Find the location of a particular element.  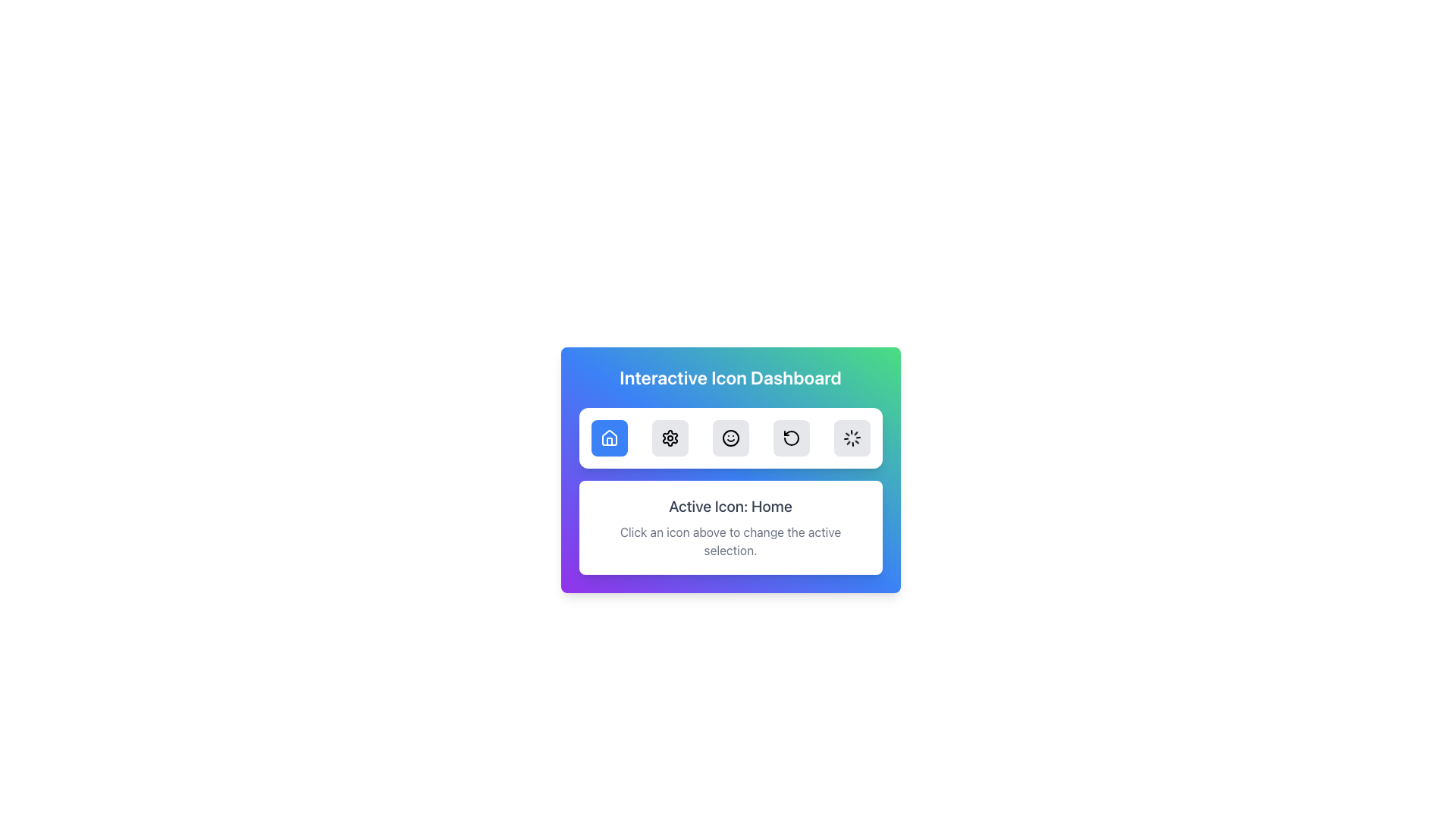

the blue button with a house icon located in the Interactive Icon Dashboard for accessibility purposes is located at coordinates (609, 438).